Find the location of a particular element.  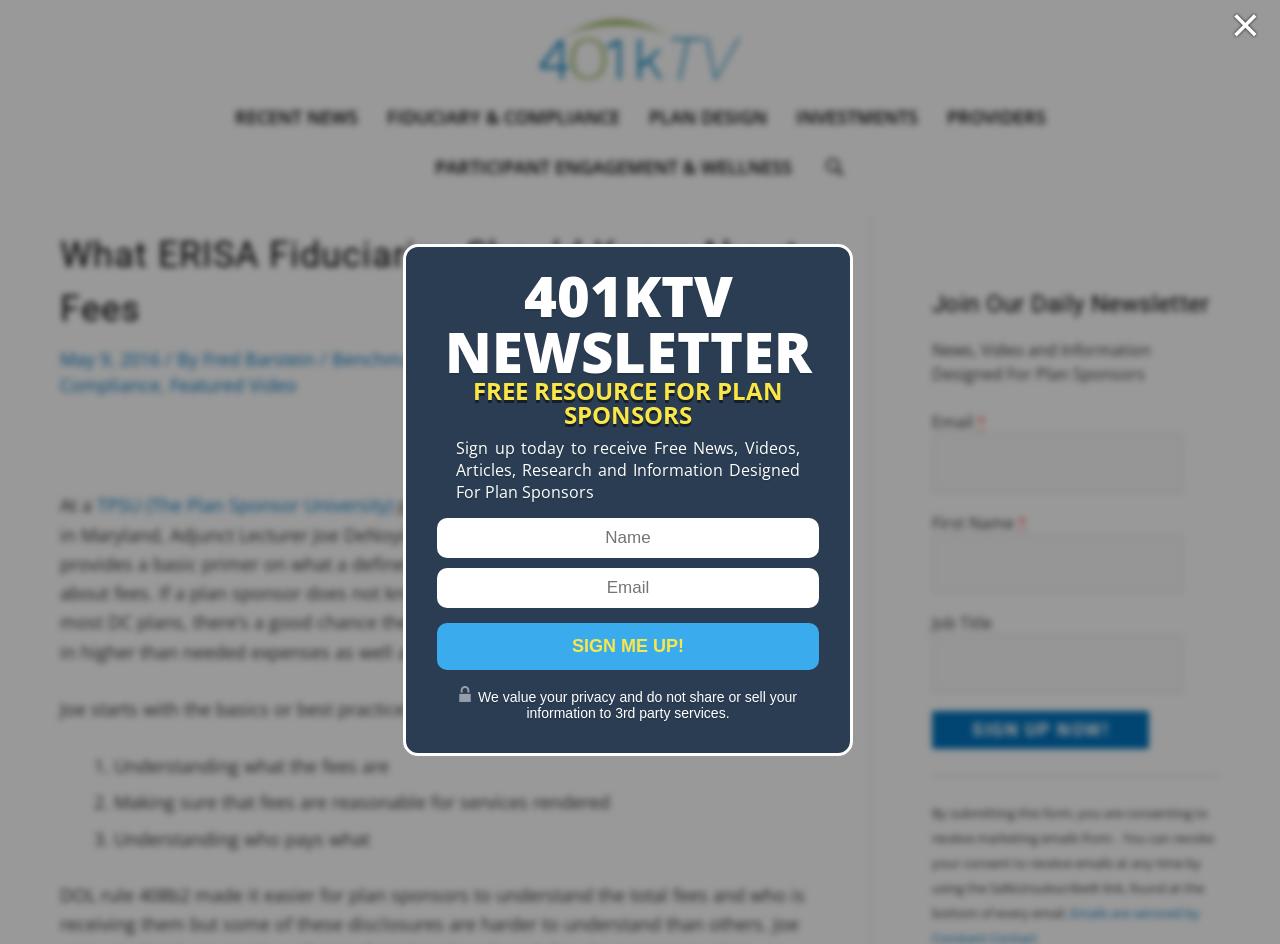

'Fred Barstein' is located at coordinates (203, 357).